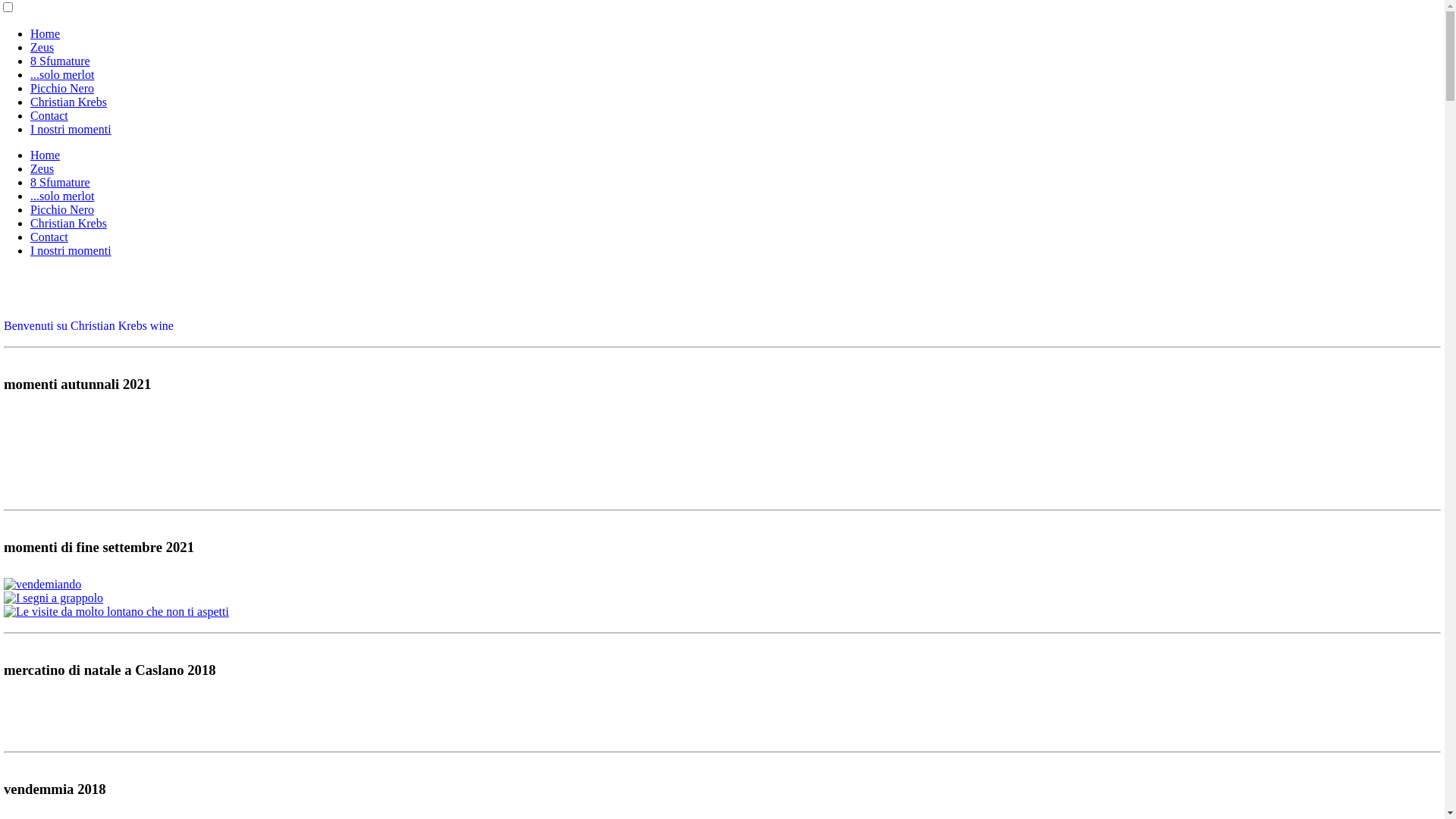  Describe the element at coordinates (67, 223) in the screenshot. I see `'Christian Krebs'` at that location.